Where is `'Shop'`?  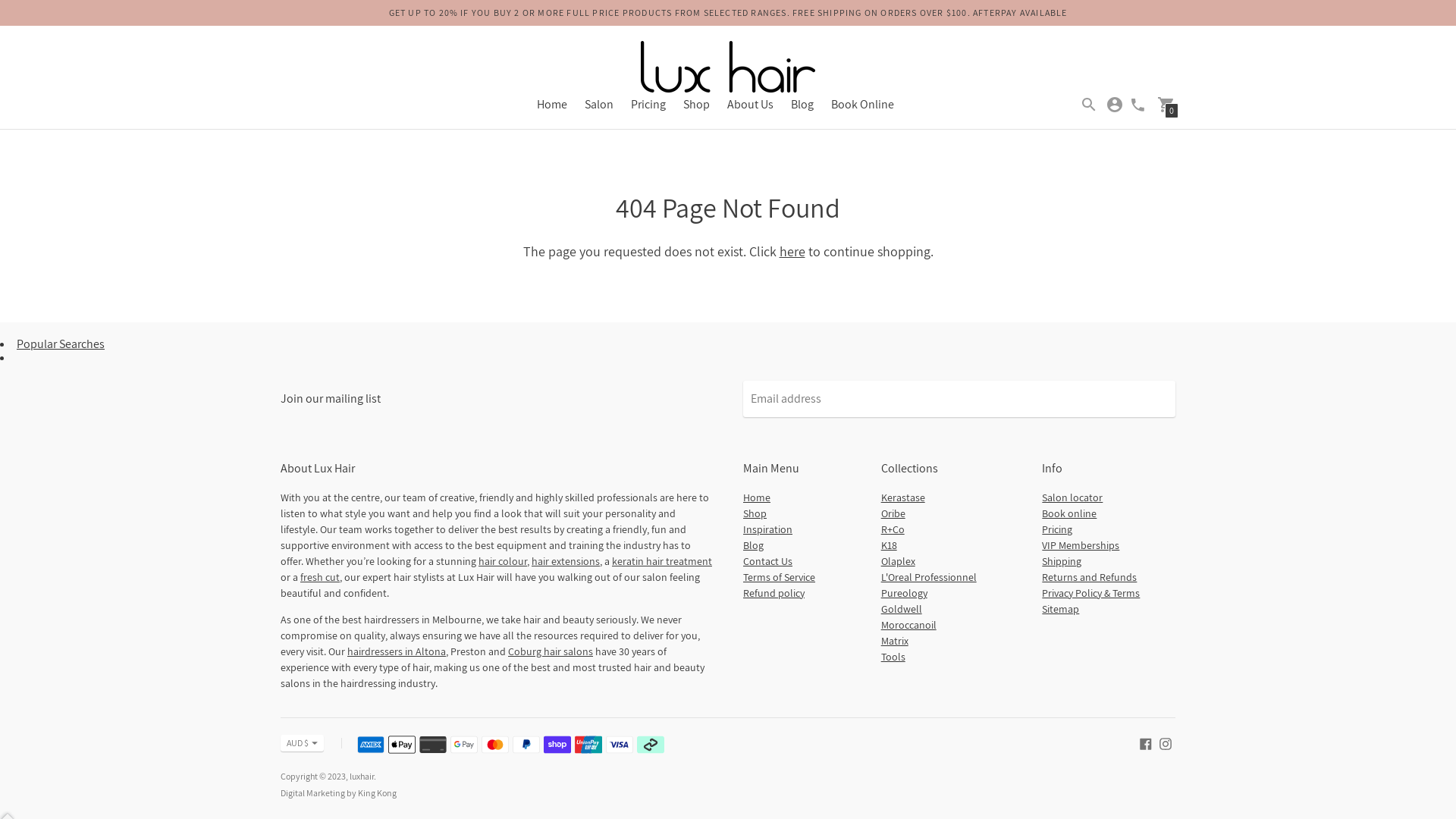 'Shop' is located at coordinates (755, 513).